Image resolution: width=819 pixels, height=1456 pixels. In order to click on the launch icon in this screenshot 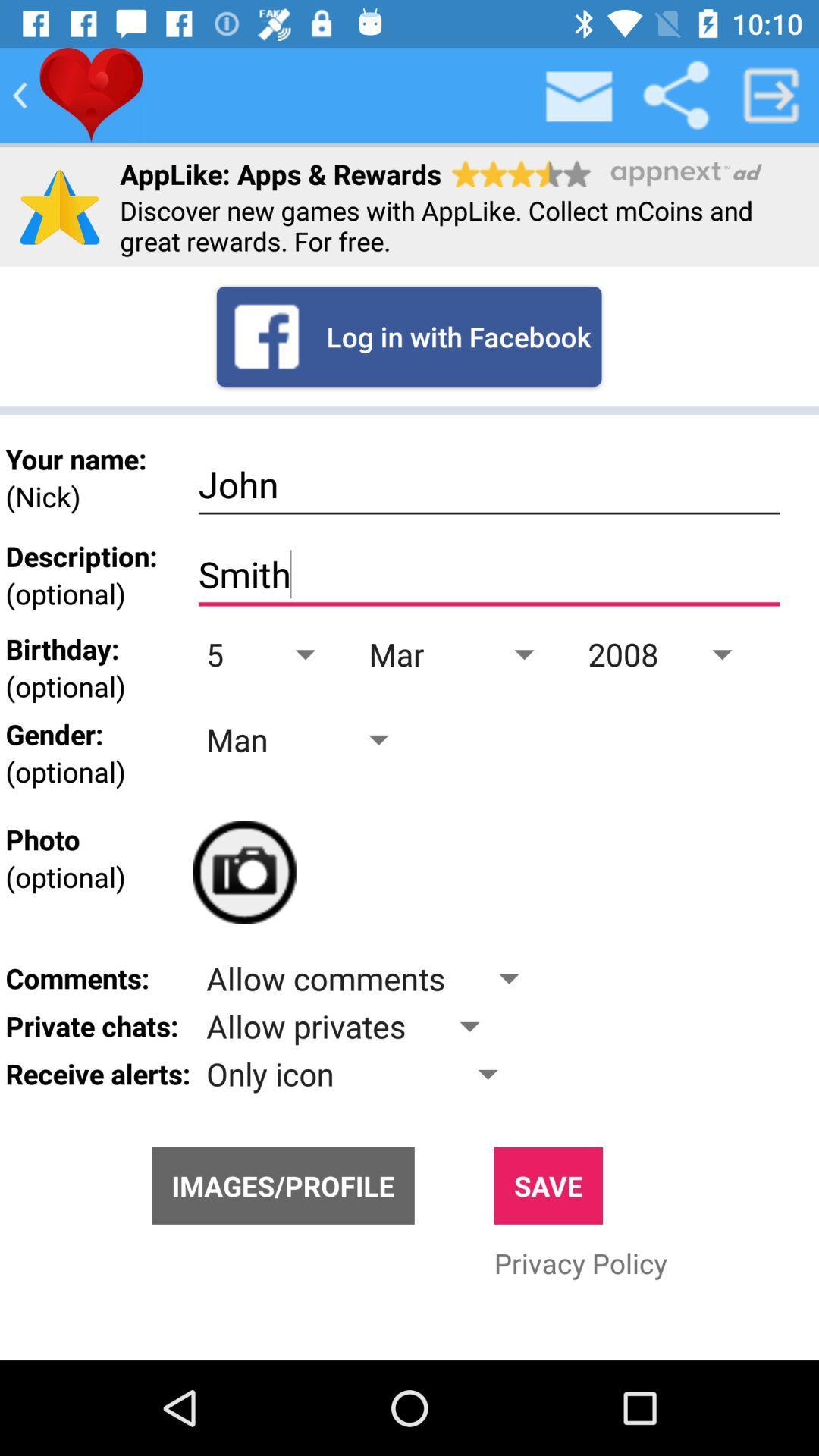, I will do `click(771, 94)`.